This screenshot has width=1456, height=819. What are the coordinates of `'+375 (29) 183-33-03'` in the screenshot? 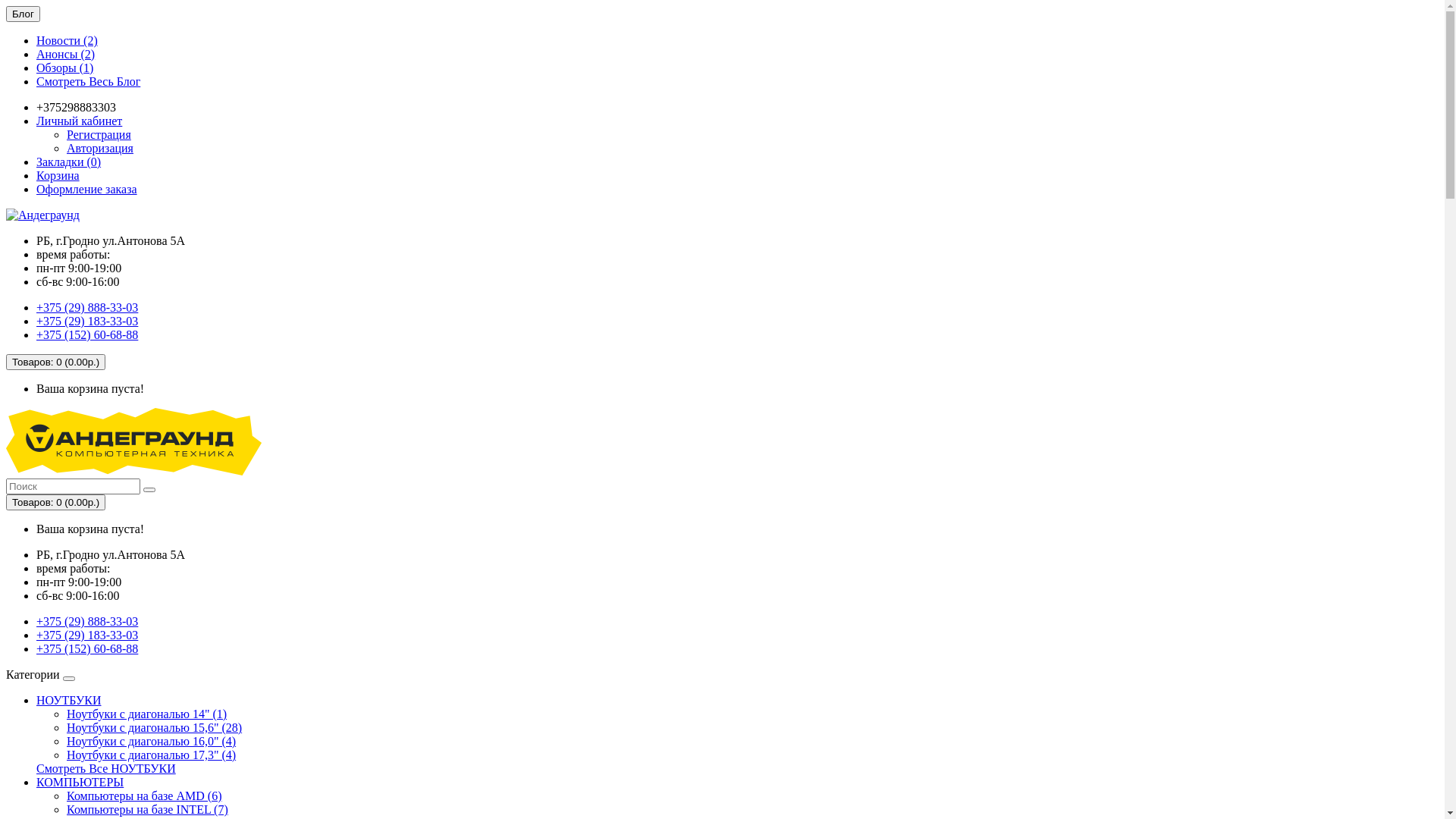 It's located at (86, 635).